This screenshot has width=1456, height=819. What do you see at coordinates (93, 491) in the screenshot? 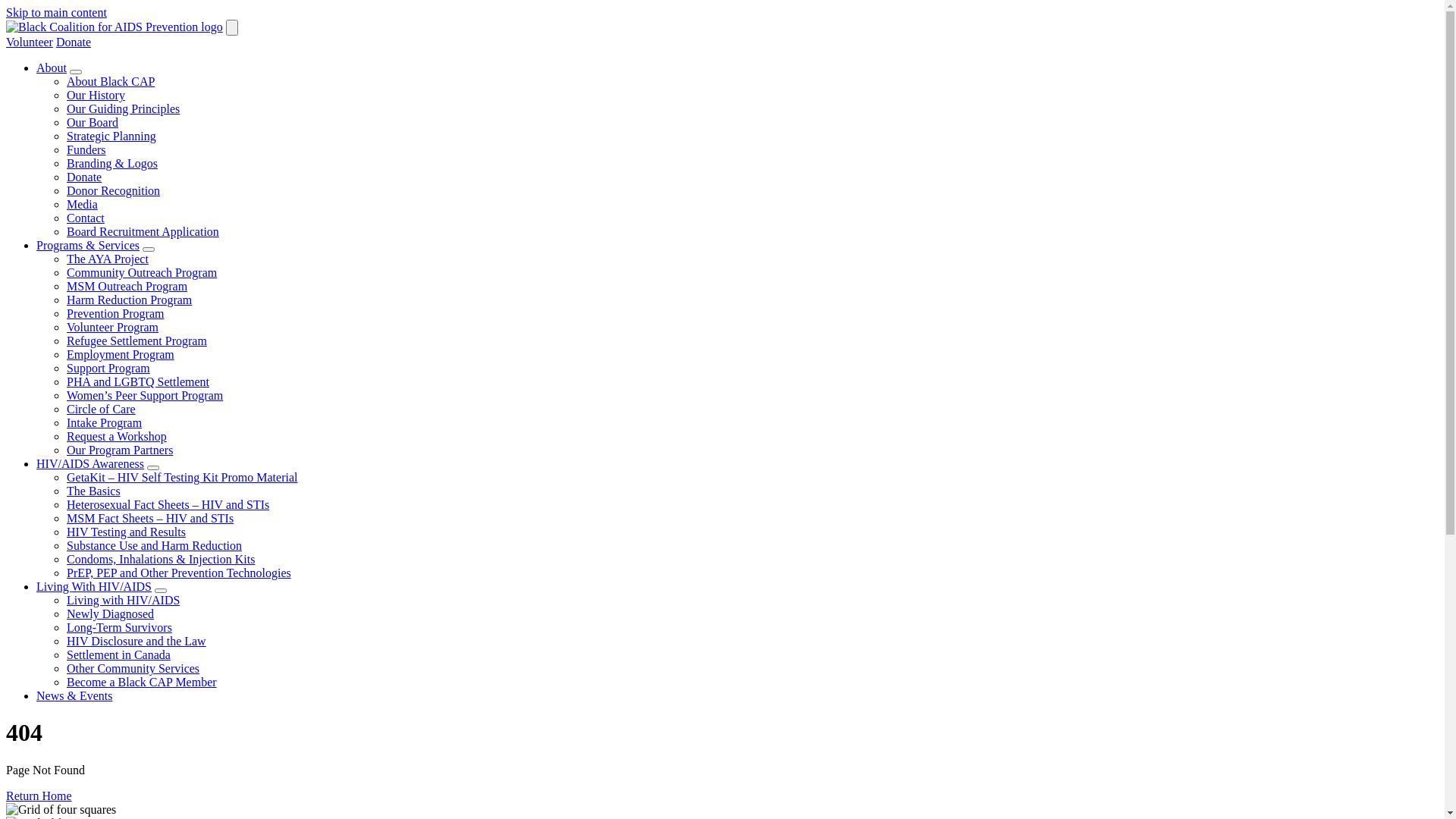
I see `'The Basics'` at bounding box center [93, 491].